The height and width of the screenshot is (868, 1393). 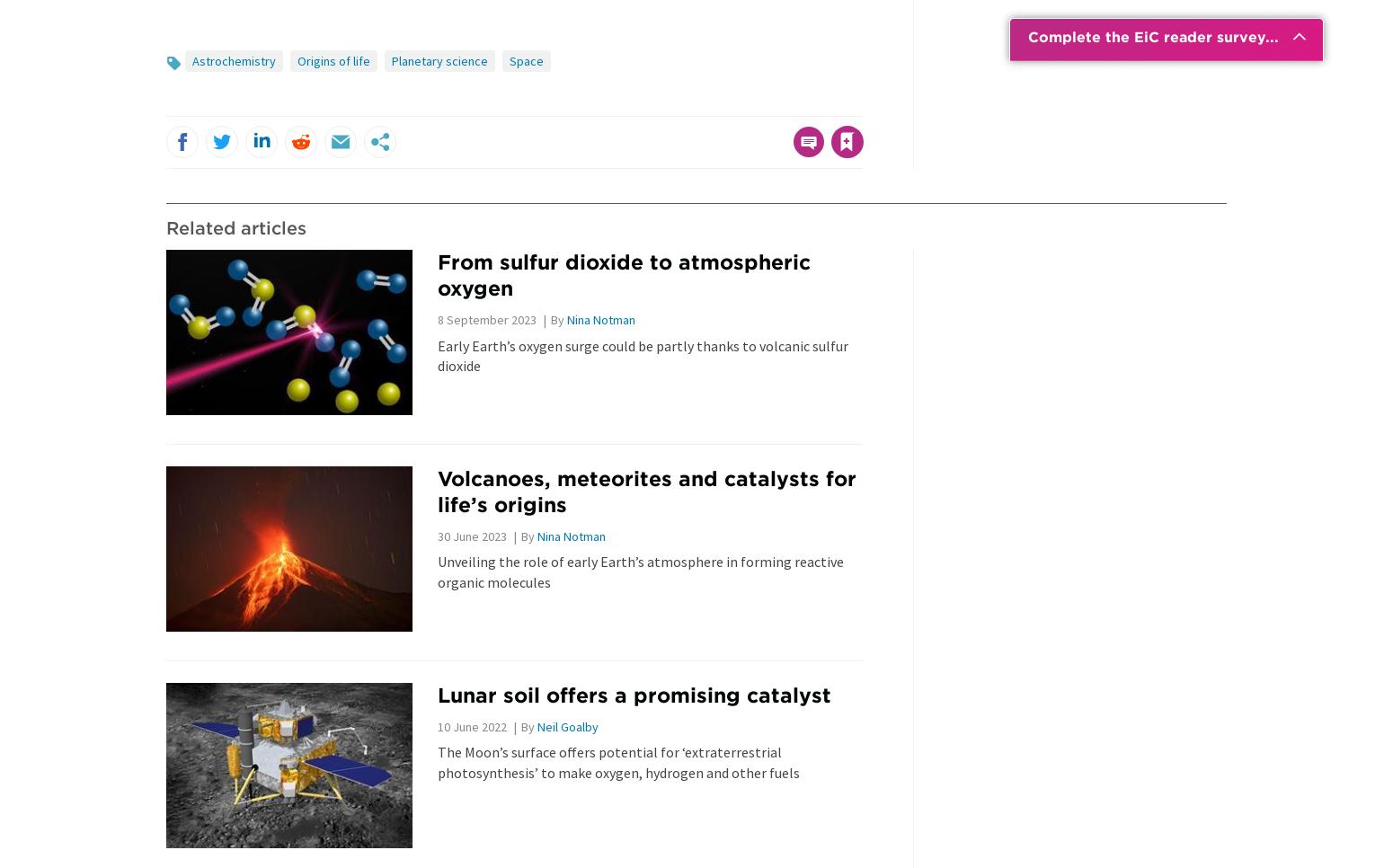 What do you see at coordinates (599, 104) in the screenshot?
I see `'Please'` at bounding box center [599, 104].